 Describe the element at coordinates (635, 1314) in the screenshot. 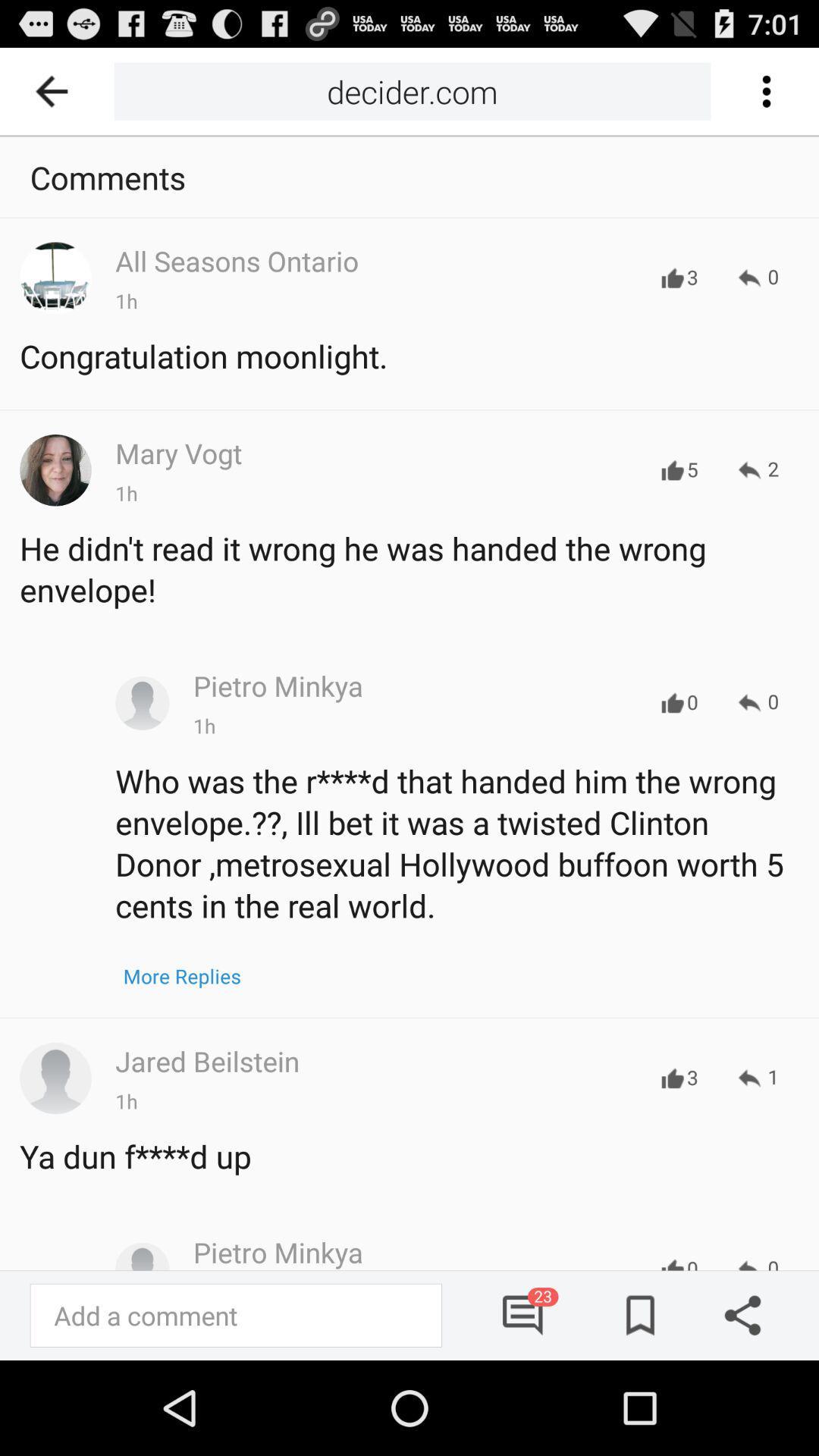

I see `bookmark article` at that location.